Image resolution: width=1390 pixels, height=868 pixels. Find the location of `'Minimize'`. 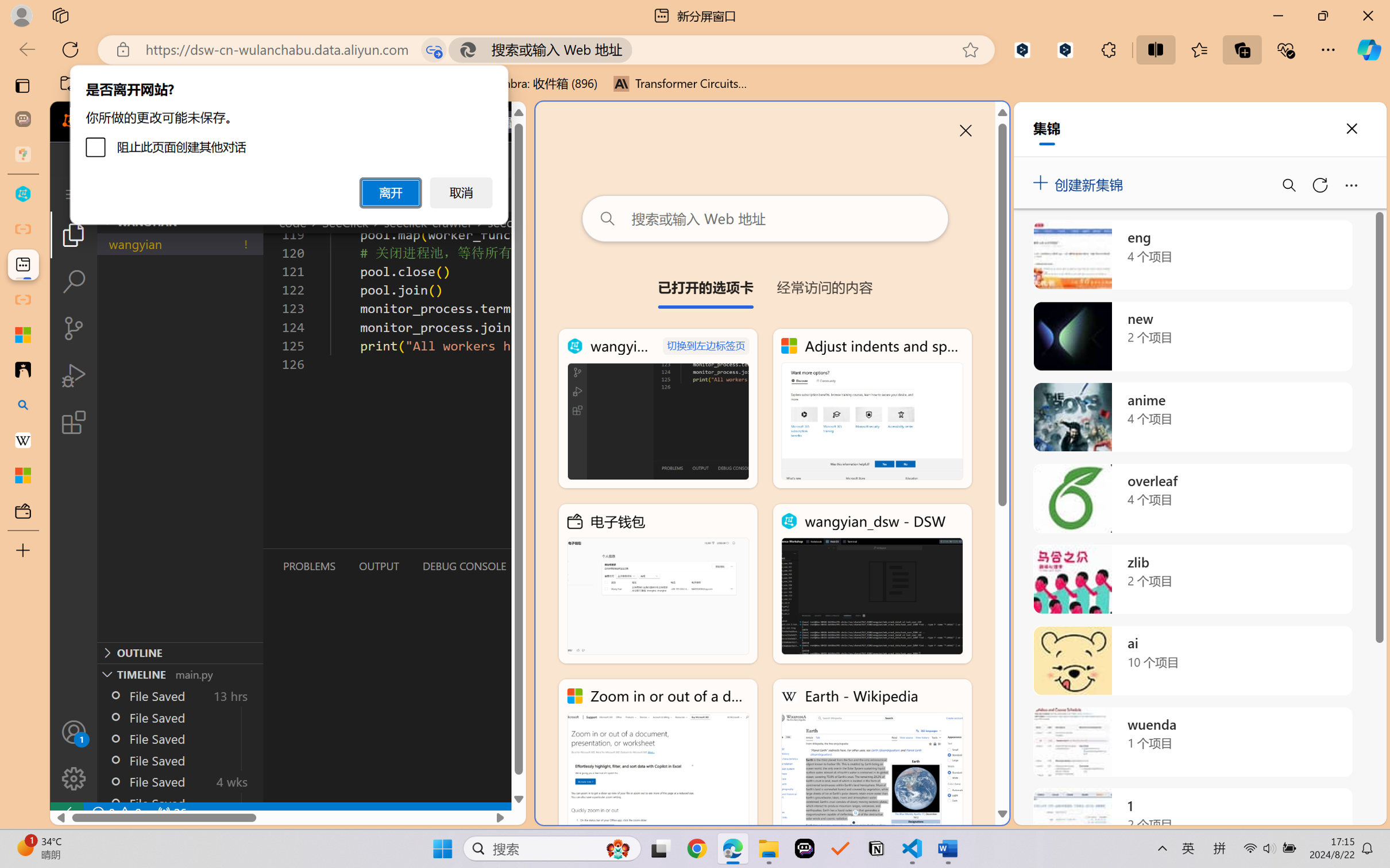

'Minimize' is located at coordinates (1326, 10).